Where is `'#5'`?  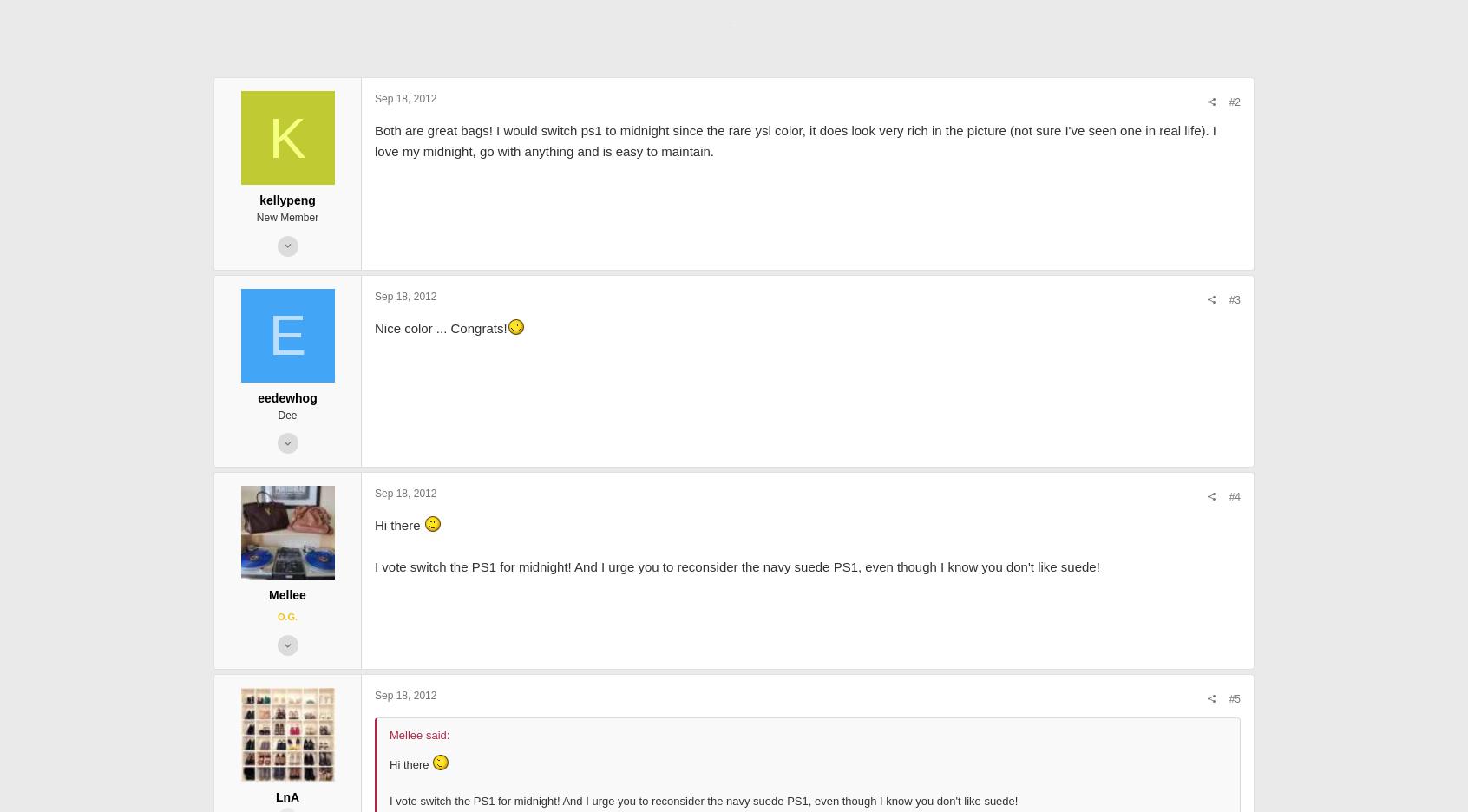 '#5' is located at coordinates (960, 783).